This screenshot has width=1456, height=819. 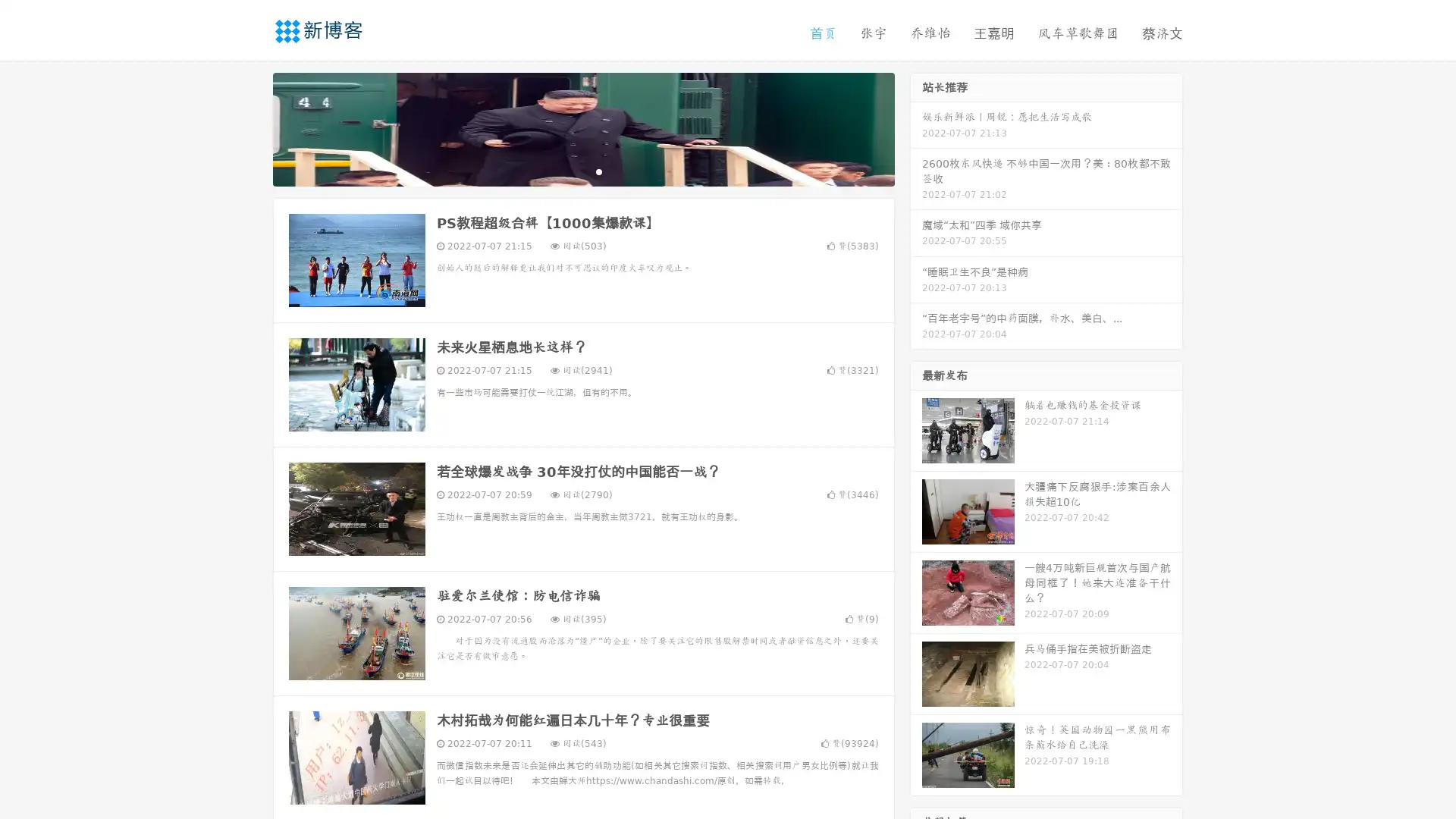 I want to click on Go to slide 2, so click(x=582, y=171).